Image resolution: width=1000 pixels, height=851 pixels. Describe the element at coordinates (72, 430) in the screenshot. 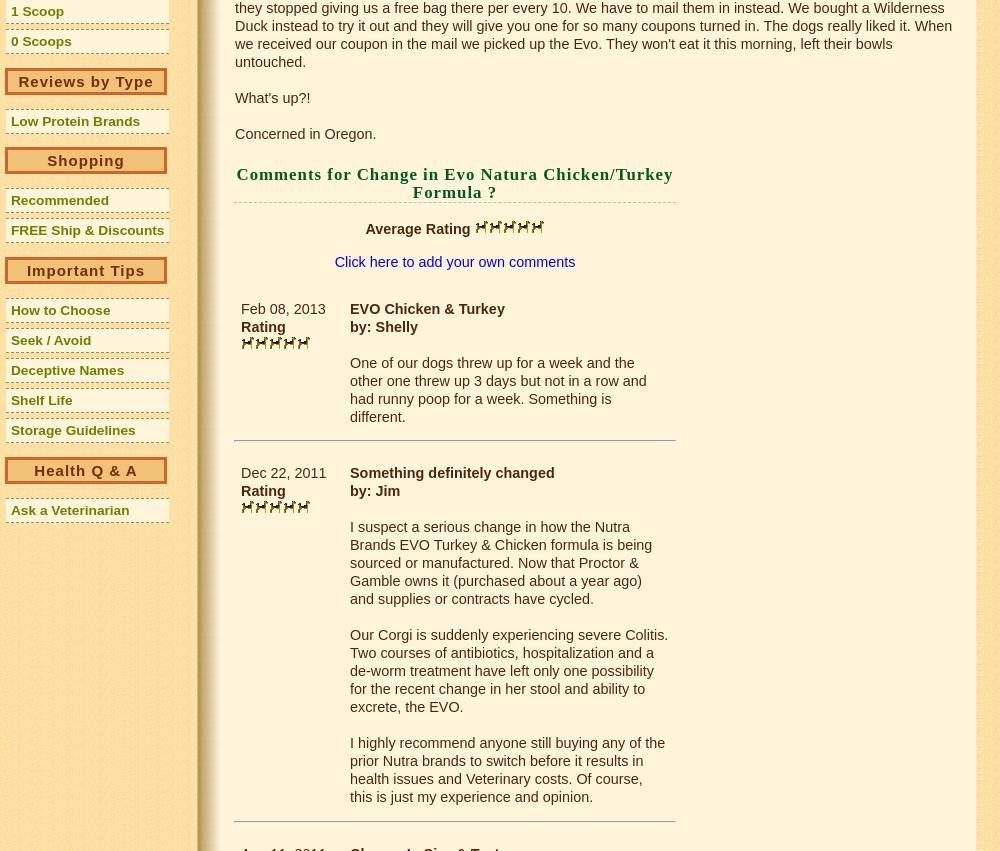

I see `'Storage Guidelines'` at that location.